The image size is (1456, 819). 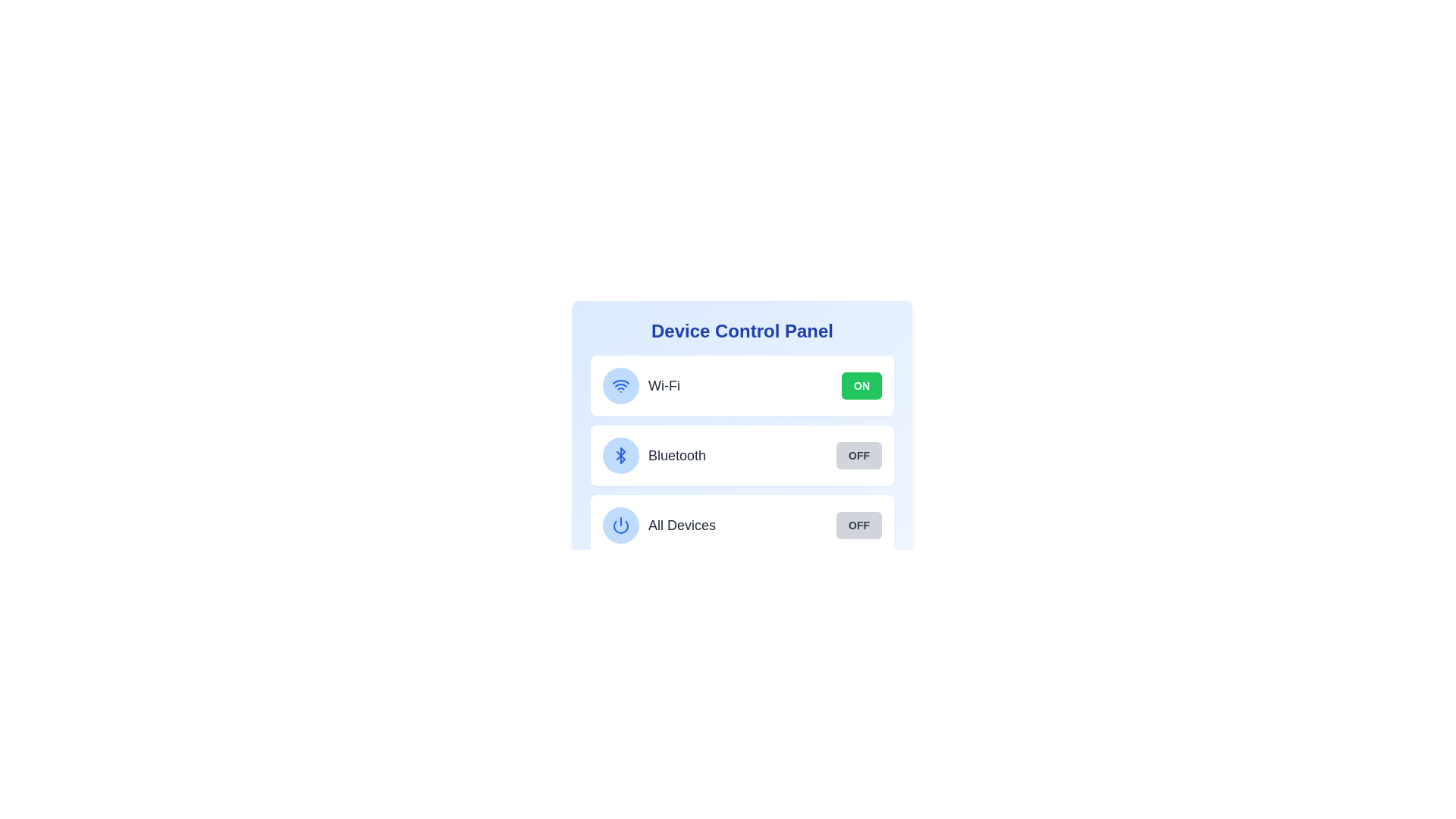 What do you see at coordinates (621, 455) in the screenshot?
I see `the Bluetooth icon located in the control panel, which is the second icon in a vertical arrangement, situated below the Wi-Fi icon and above the All Devices icon` at bounding box center [621, 455].